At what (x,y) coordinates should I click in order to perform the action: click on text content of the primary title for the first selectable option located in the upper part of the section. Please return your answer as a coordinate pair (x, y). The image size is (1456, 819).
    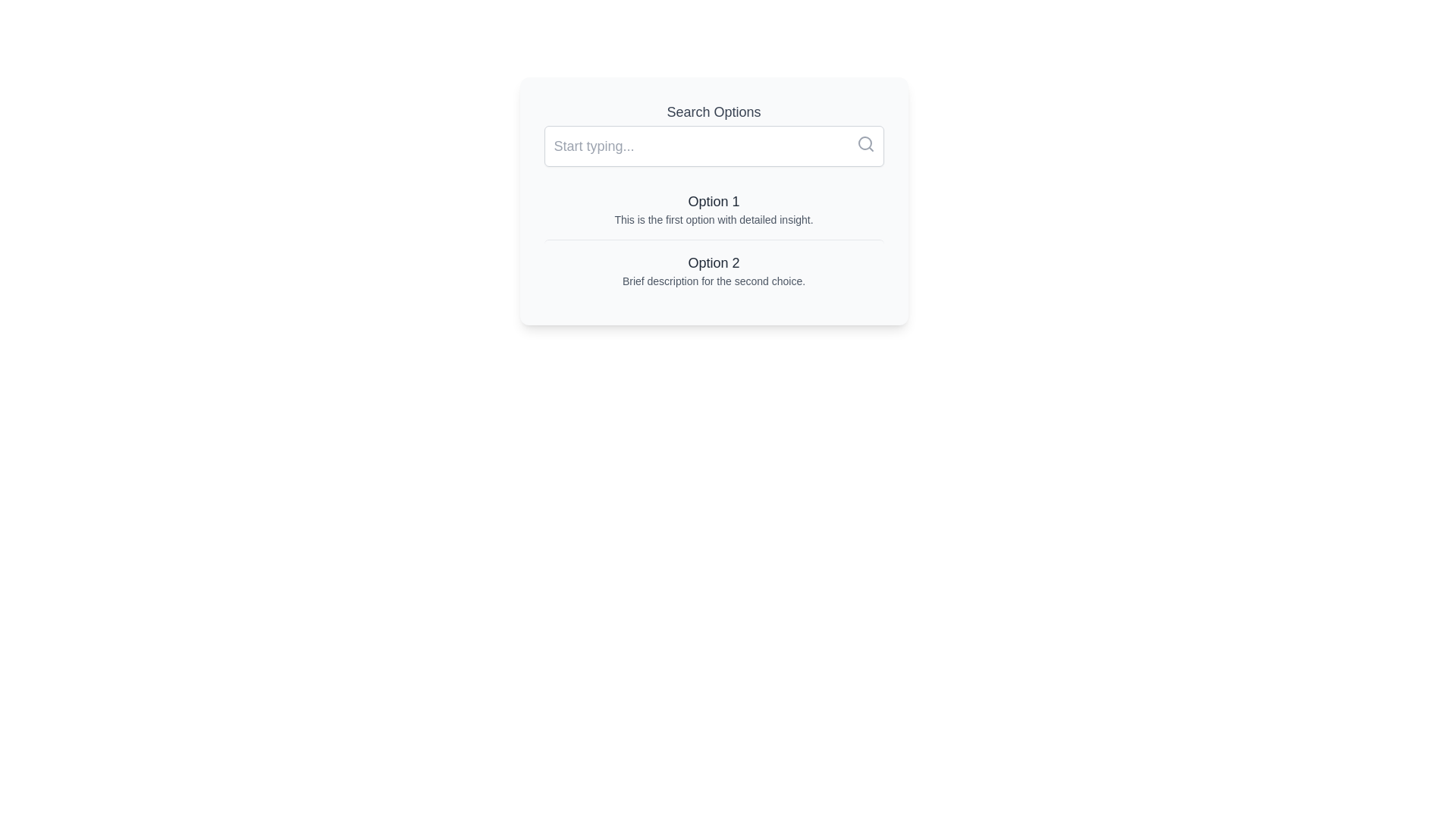
    Looking at the image, I should click on (713, 201).